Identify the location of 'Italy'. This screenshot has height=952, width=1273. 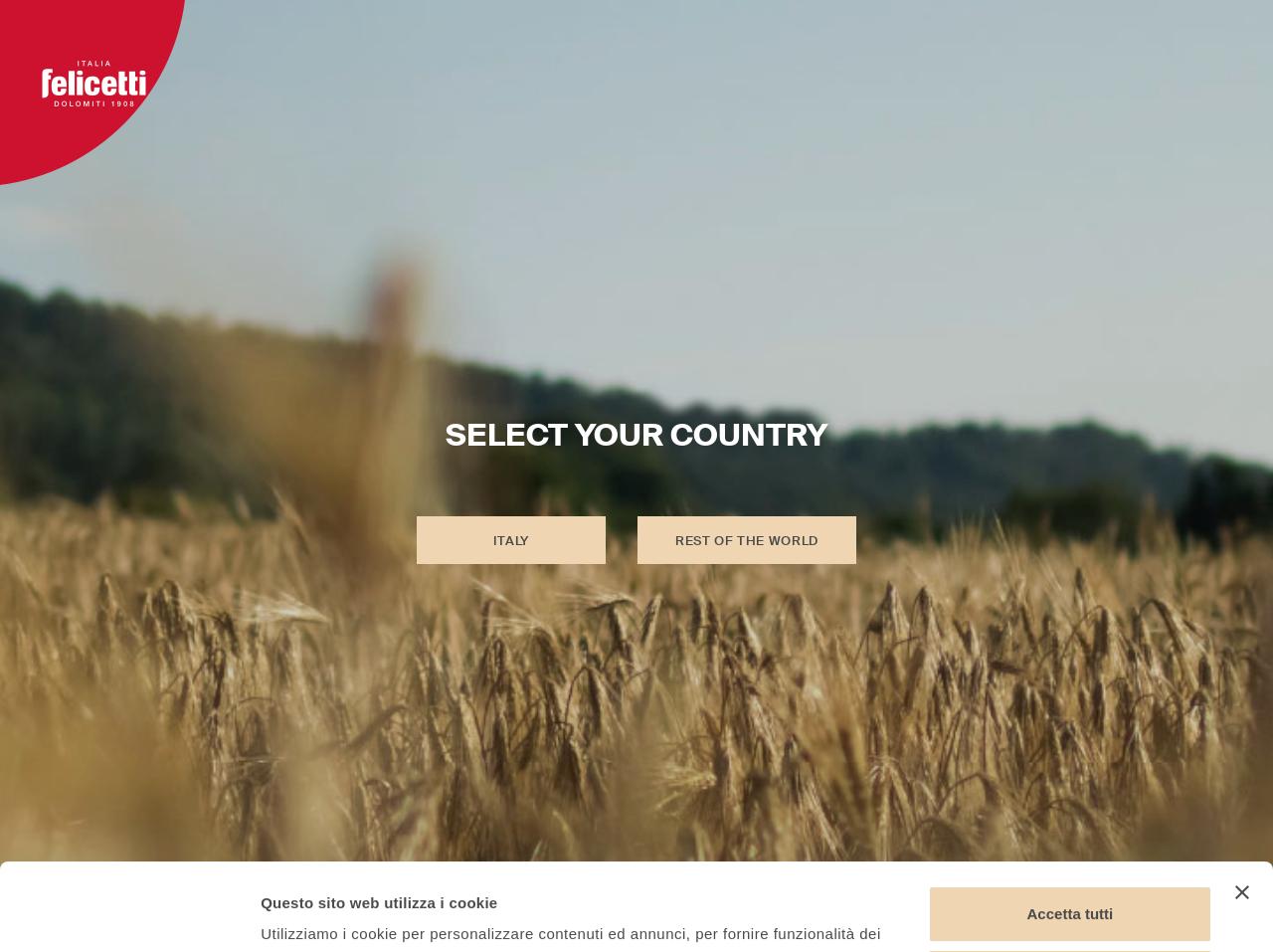
(510, 540).